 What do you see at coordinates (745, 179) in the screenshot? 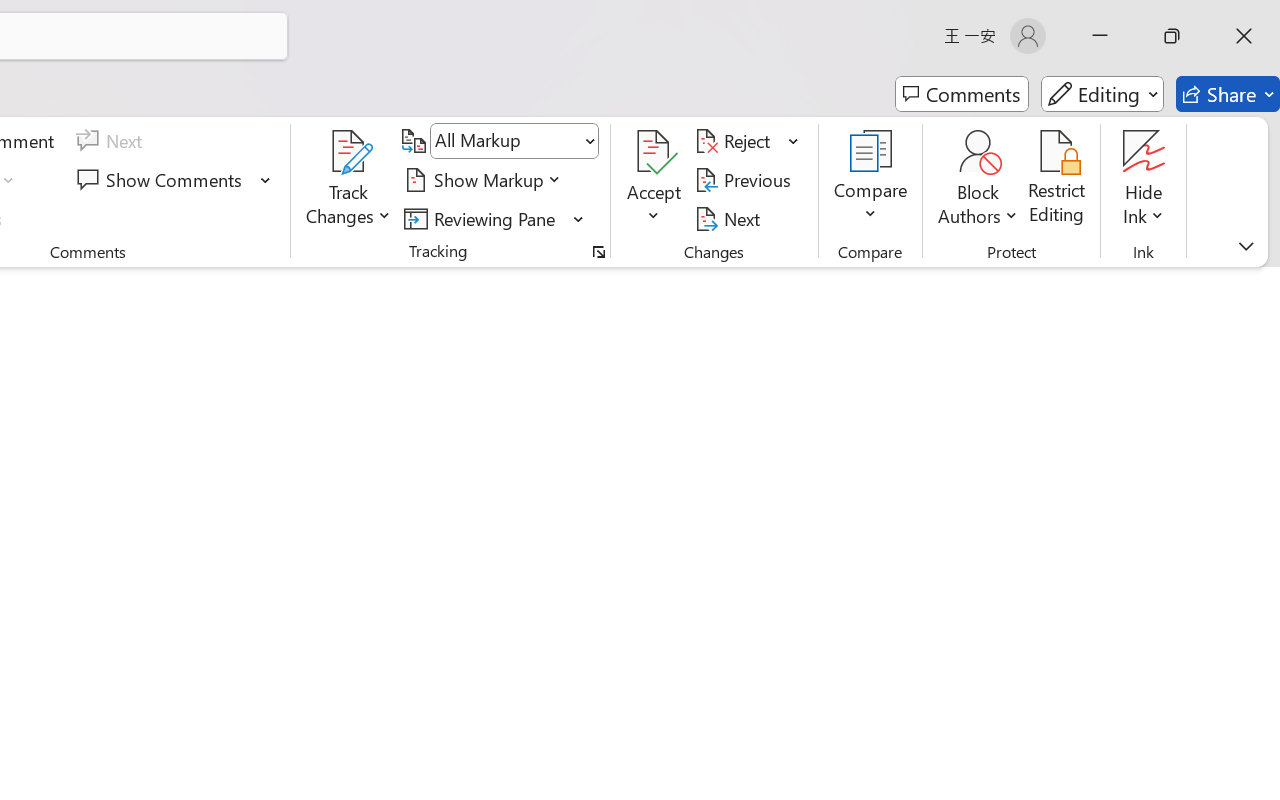
I see `'Previous'` at bounding box center [745, 179].